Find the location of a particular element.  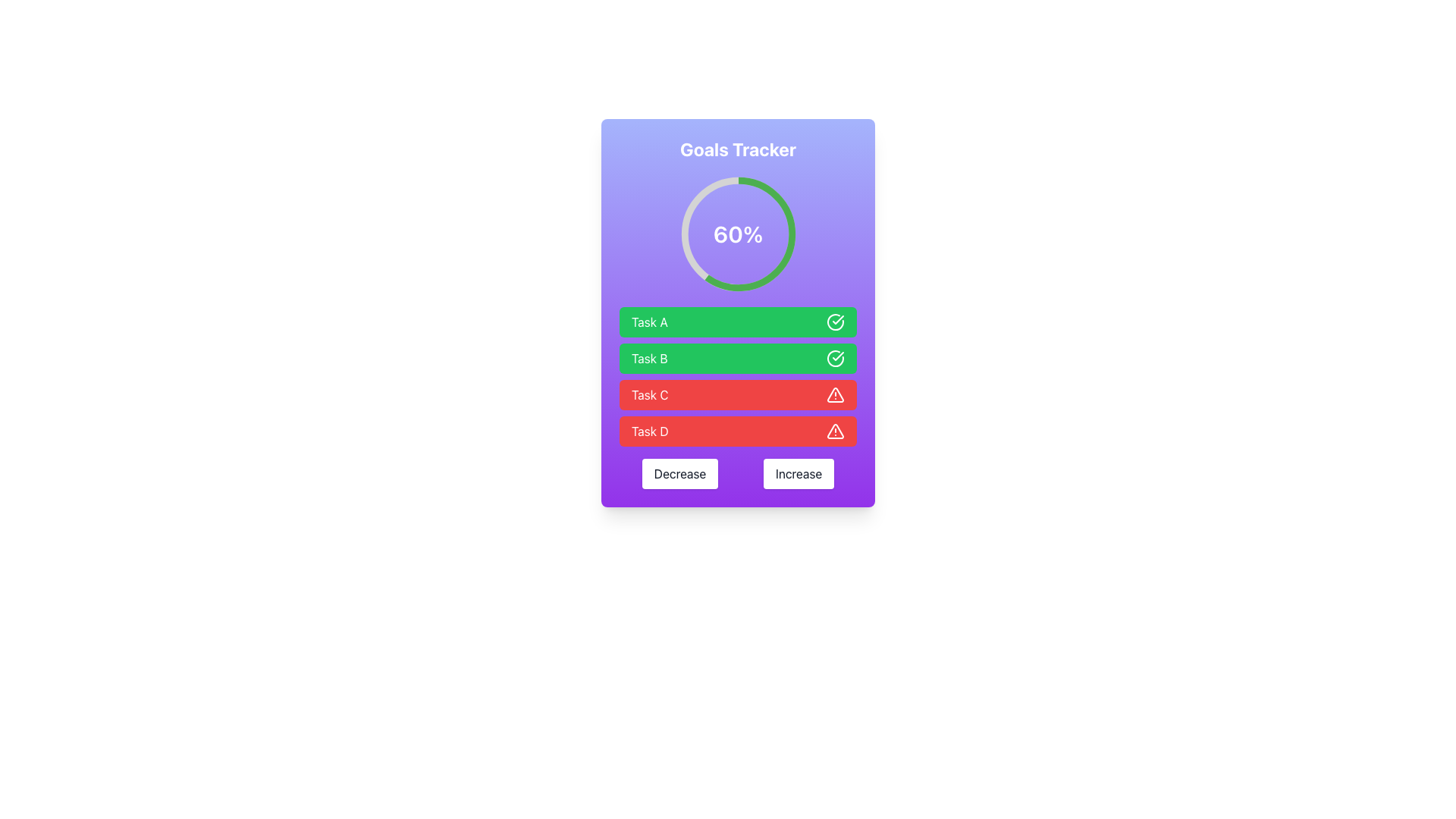

the label identifying 'Task C', which is located in the third row of a vertical task list, above 'Task D' and below 'Task B', and to the left of a warning icon is located at coordinates (650, 394).